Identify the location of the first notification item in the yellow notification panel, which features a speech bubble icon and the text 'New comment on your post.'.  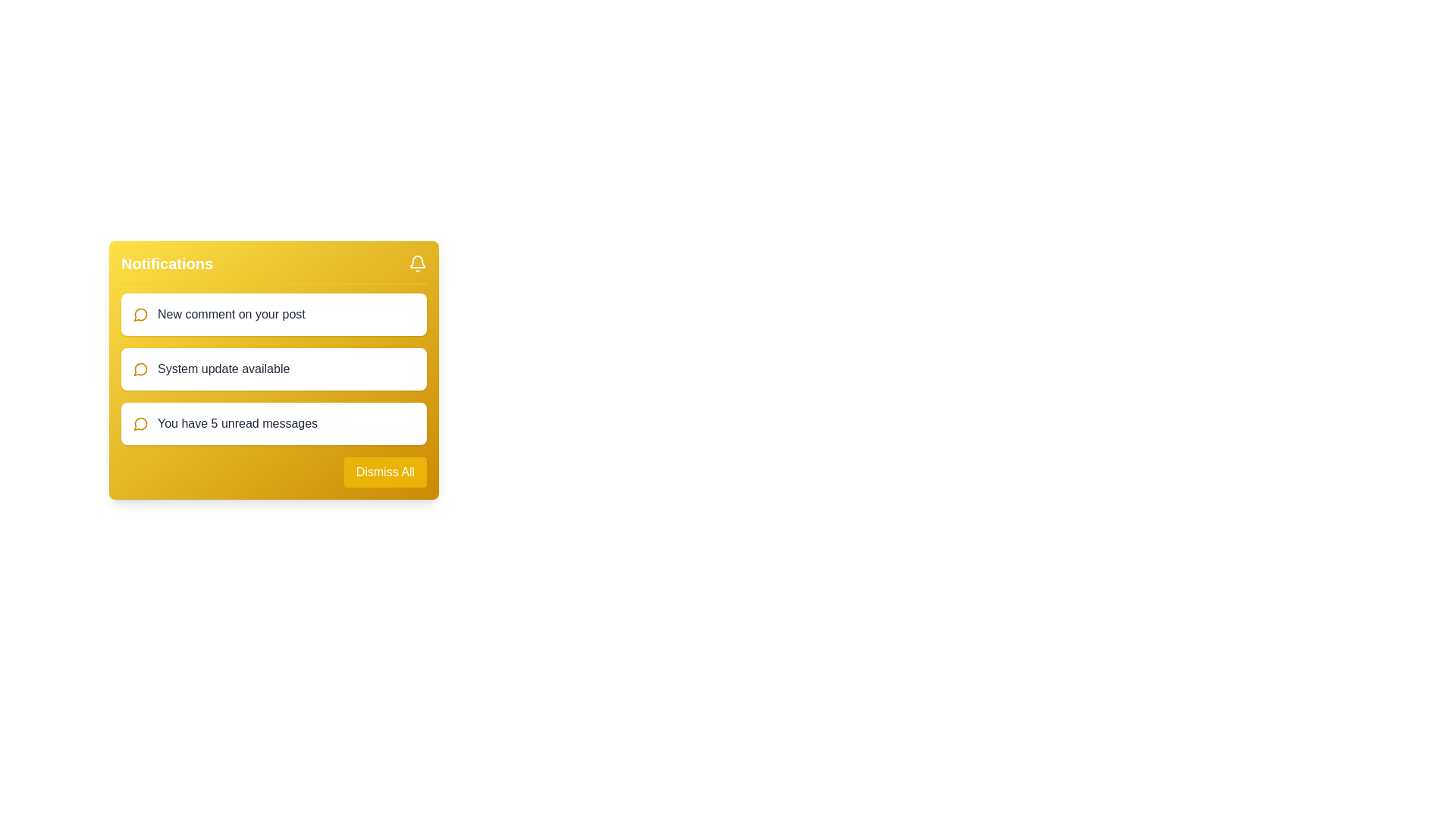
(274, 314).